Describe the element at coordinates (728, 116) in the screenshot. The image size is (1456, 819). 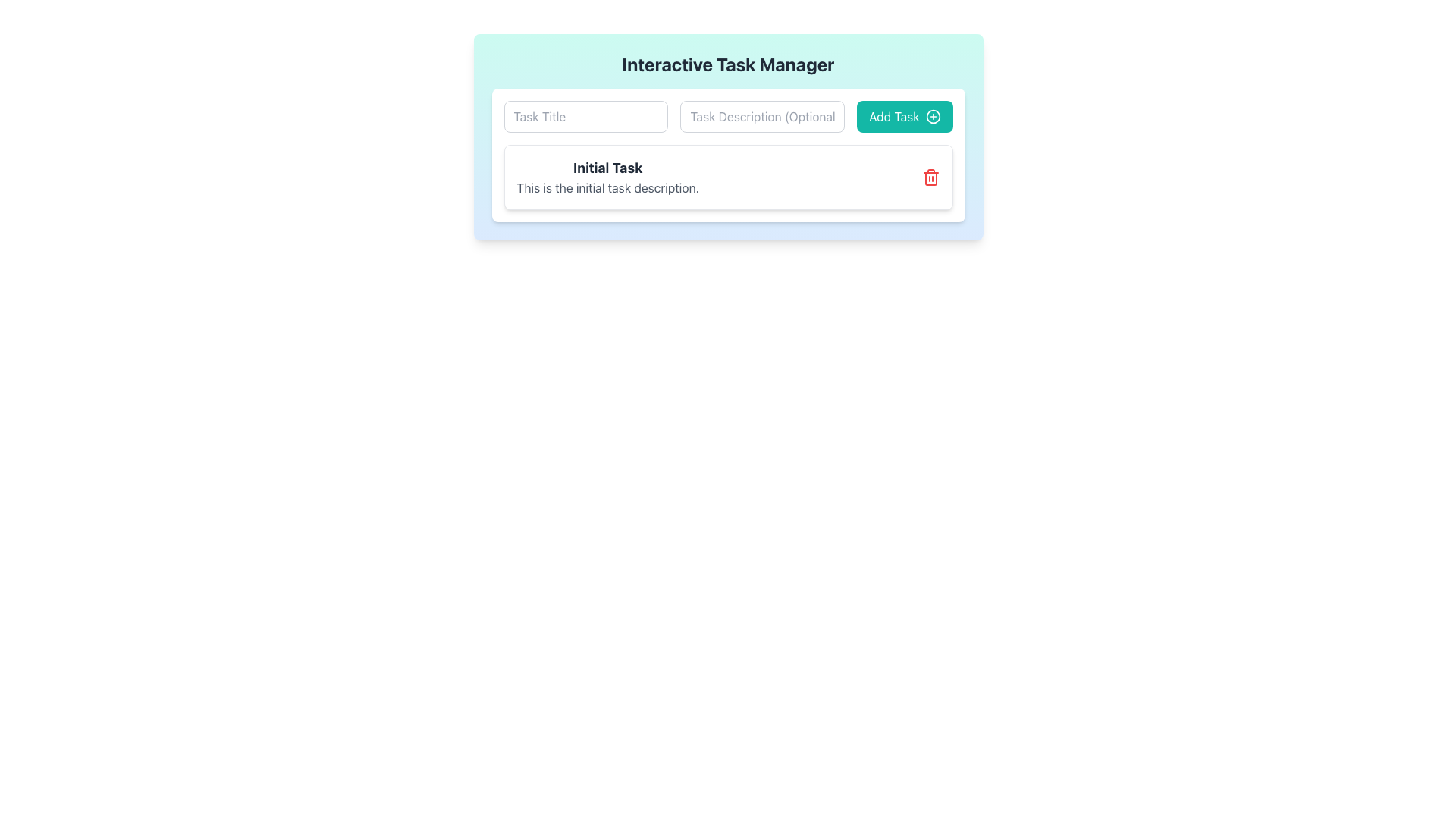
I see `the textbox labeled 'Task Description (Optional)' to select the placeholder text` at that location.